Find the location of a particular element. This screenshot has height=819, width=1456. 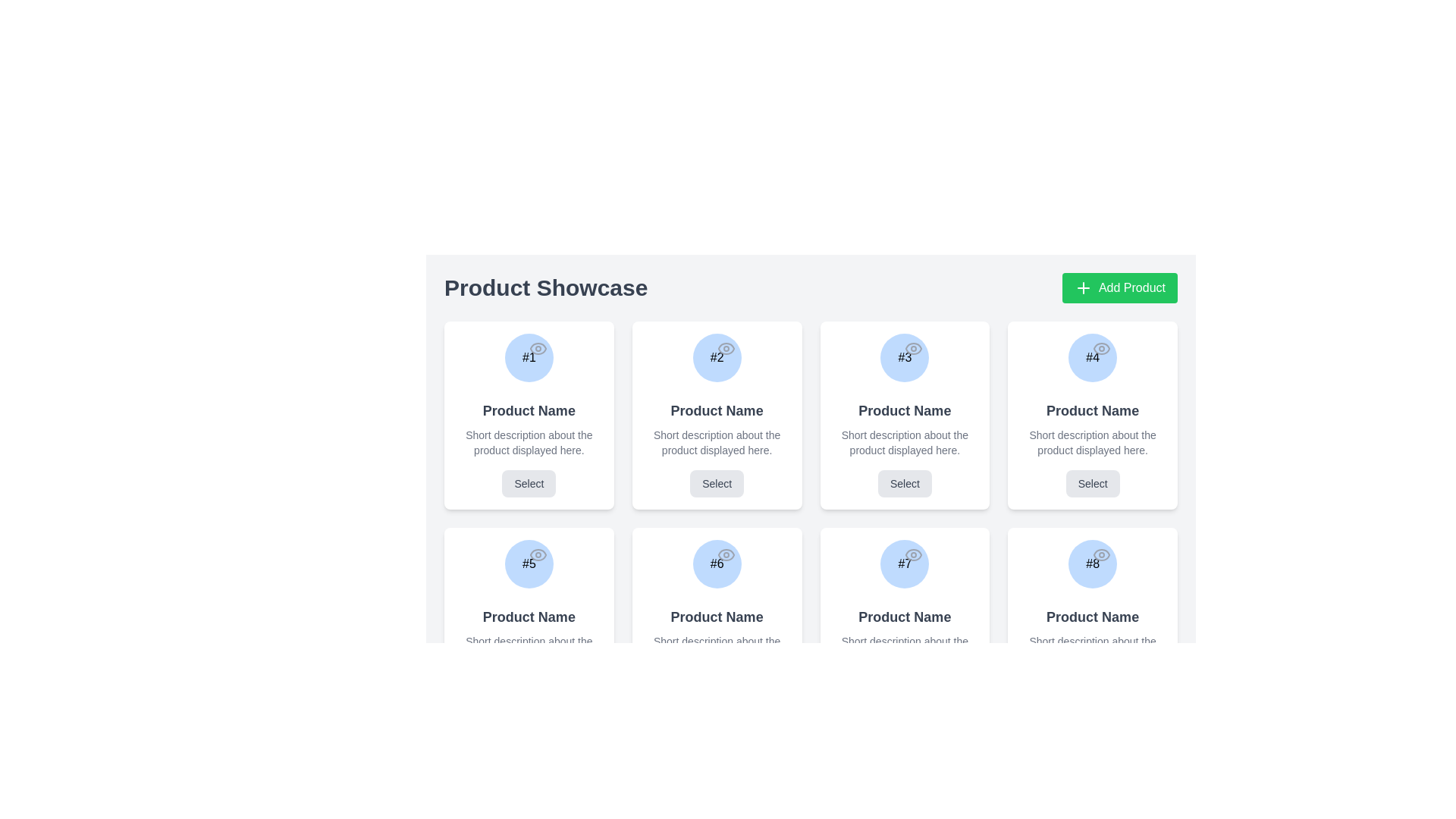

the circular badge with a light blue background and white border, which contains the text '#4' and an eye-shaped icon, located at the top-left corner of the product details card is located at coordinates (1093, 357).